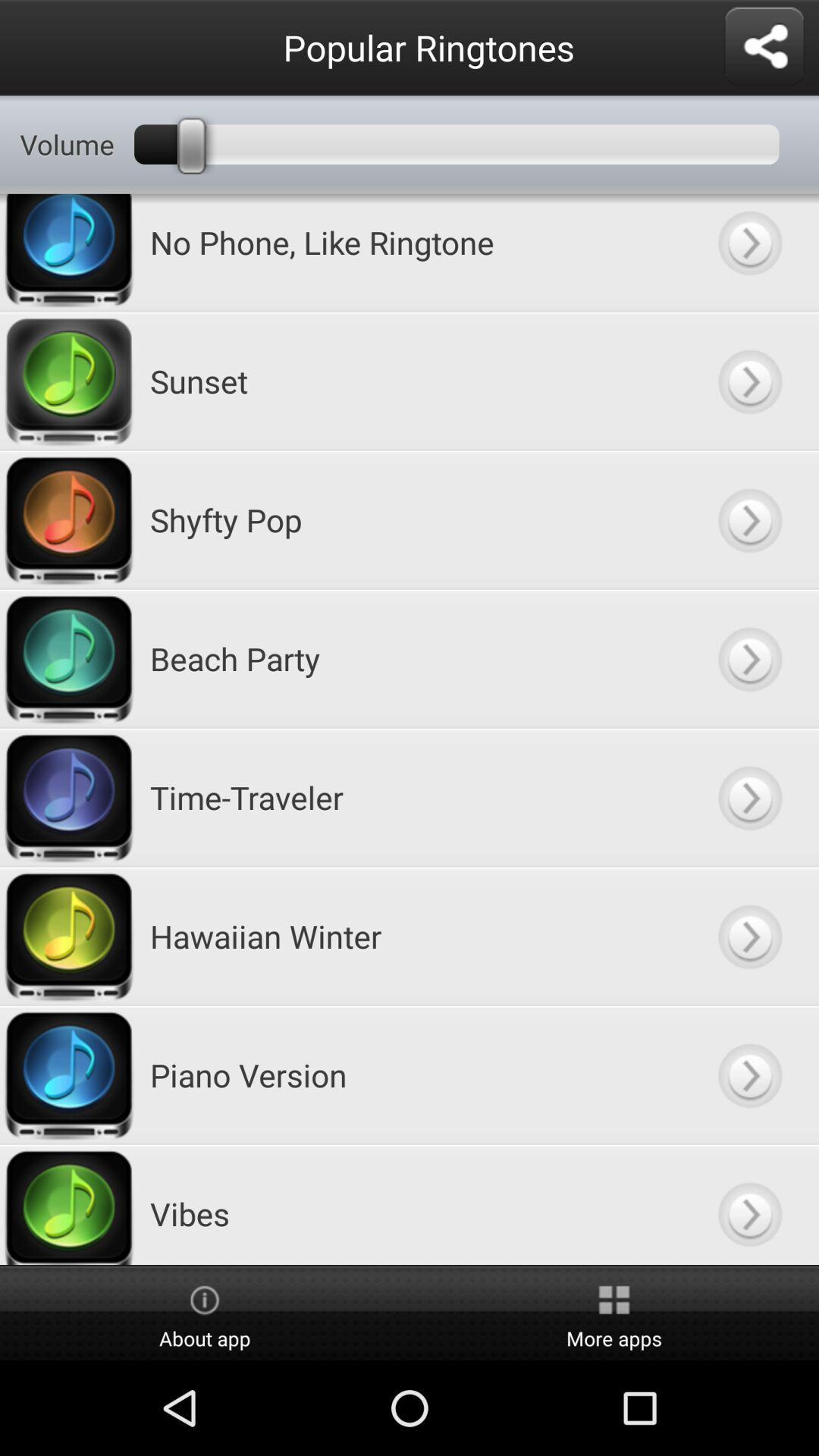 The width and height of the screenshot is (819, 1456). Describe the element at coordinates (764, 47) in the screenshot. I see `share` at that location.